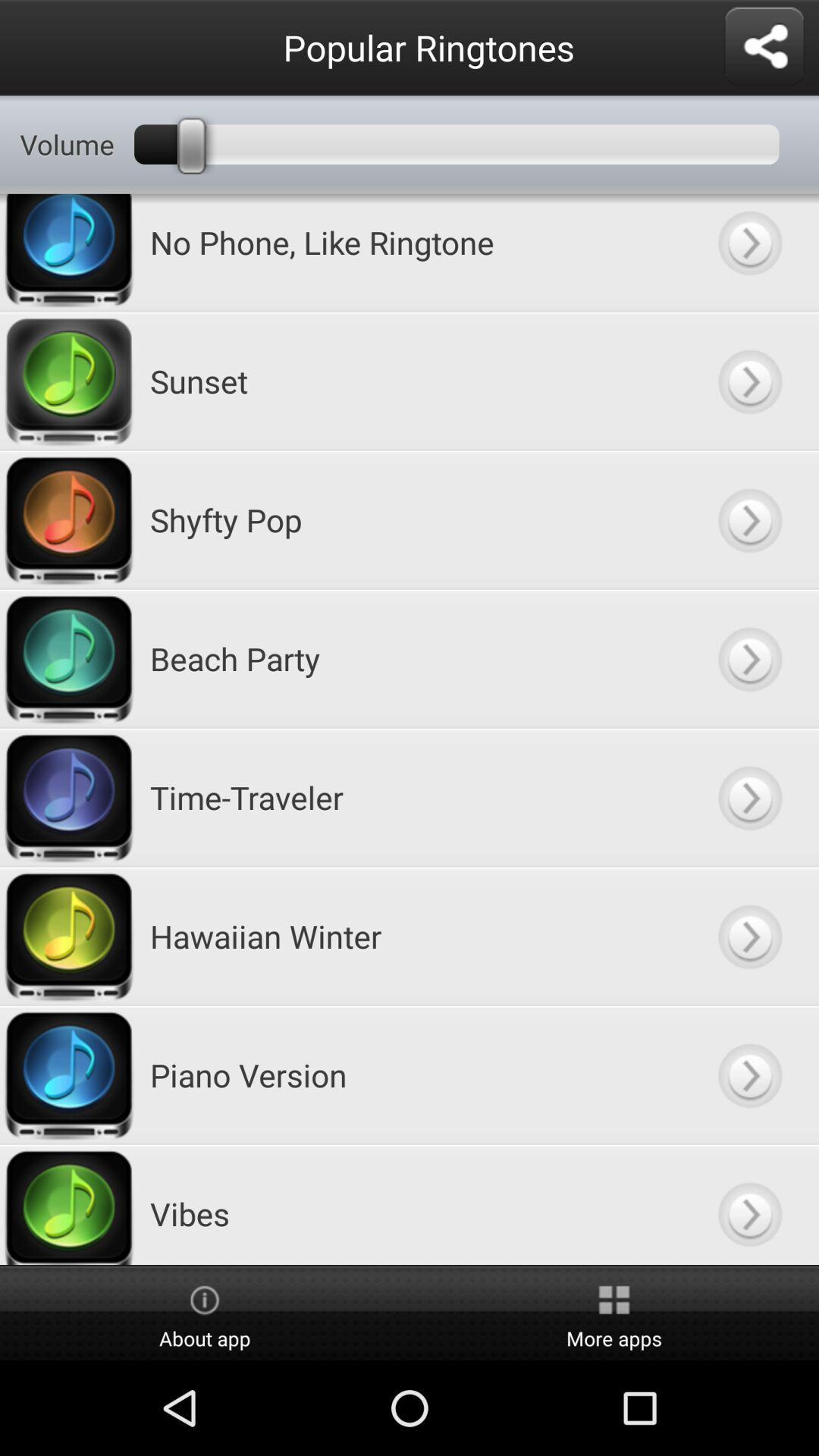 The width and height of the screenshot is (819, 1456). Describe the element at coordinates (764, 47) in the screenshot. I see `share` at that location.